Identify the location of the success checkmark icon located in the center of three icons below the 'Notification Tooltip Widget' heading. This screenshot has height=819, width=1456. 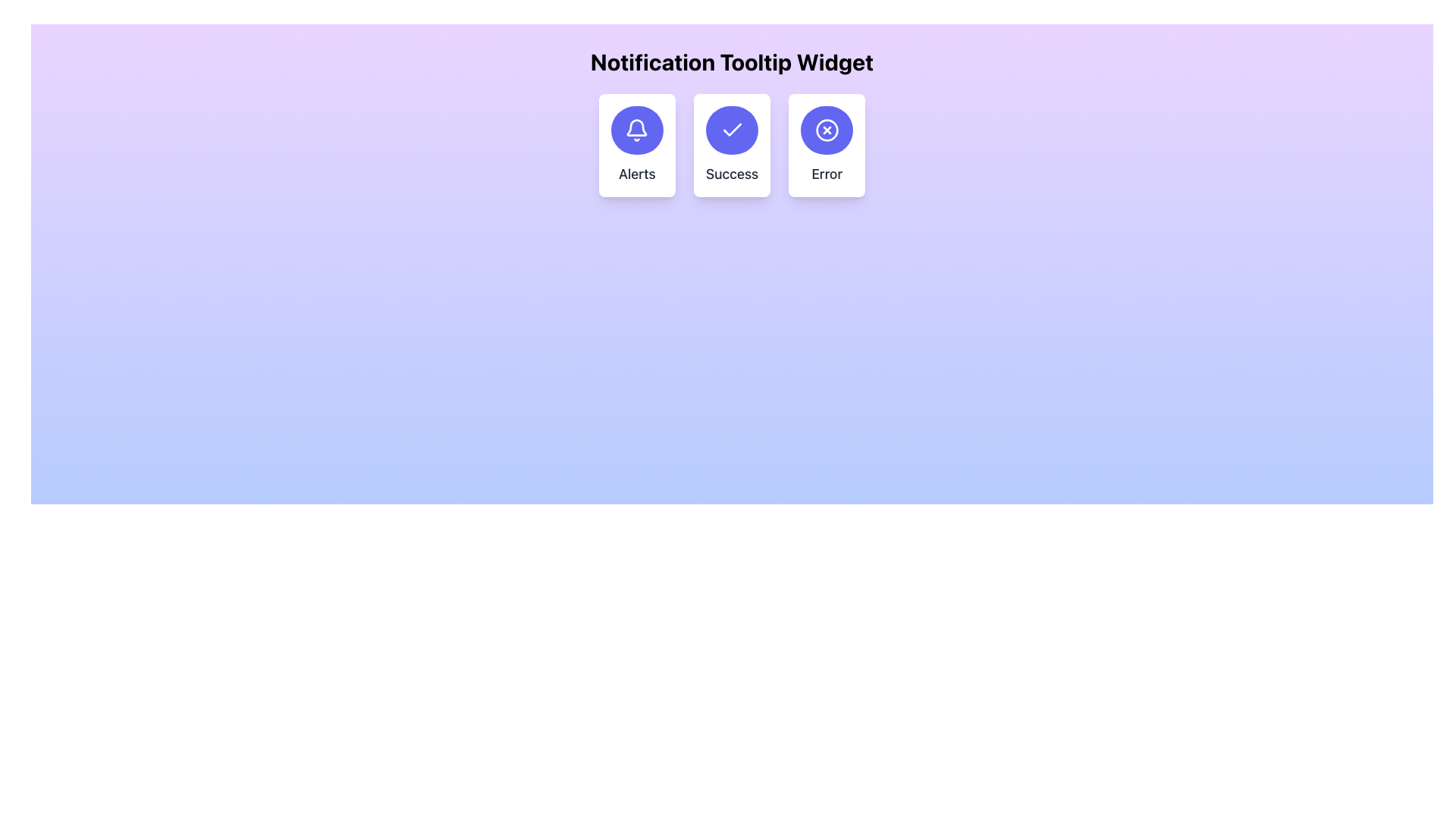
(732, 129).